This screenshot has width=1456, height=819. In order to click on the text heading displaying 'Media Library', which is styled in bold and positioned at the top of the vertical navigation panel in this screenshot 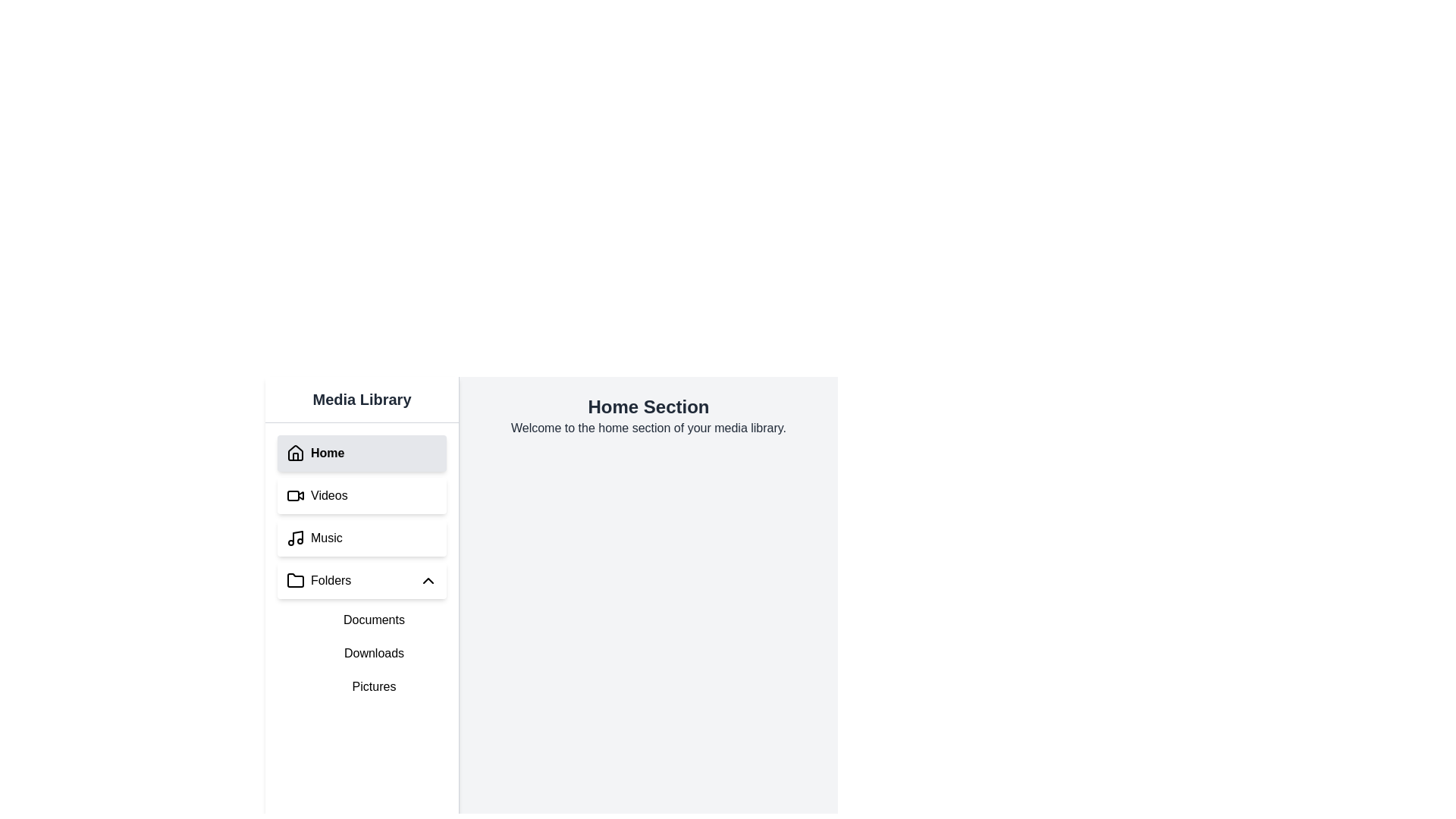, I will do `click(361, 399)`.